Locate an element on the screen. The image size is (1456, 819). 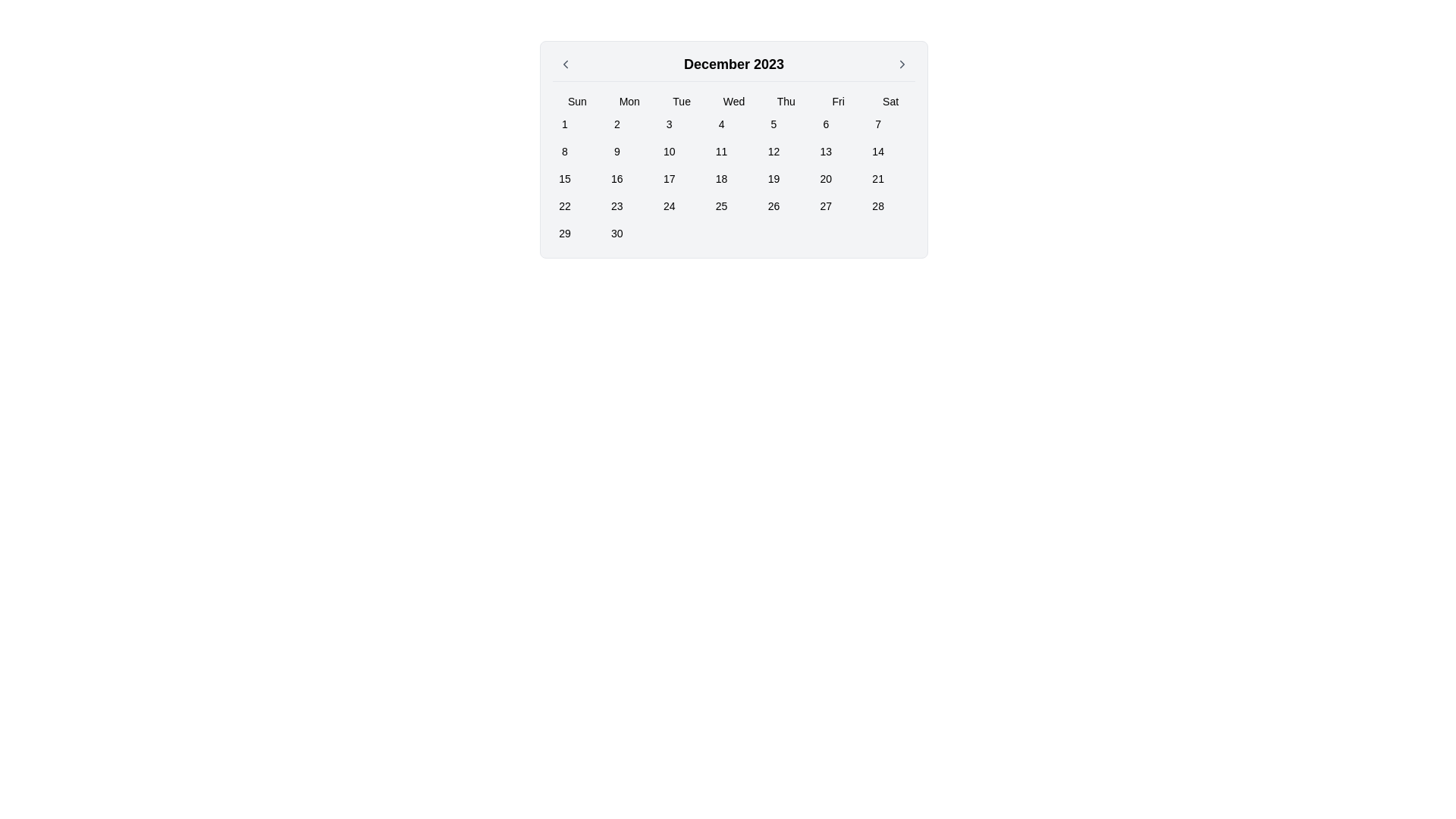
the interactive button representing December 23rd, 2023 in the calendar grid is located at coordinates (617, 206).